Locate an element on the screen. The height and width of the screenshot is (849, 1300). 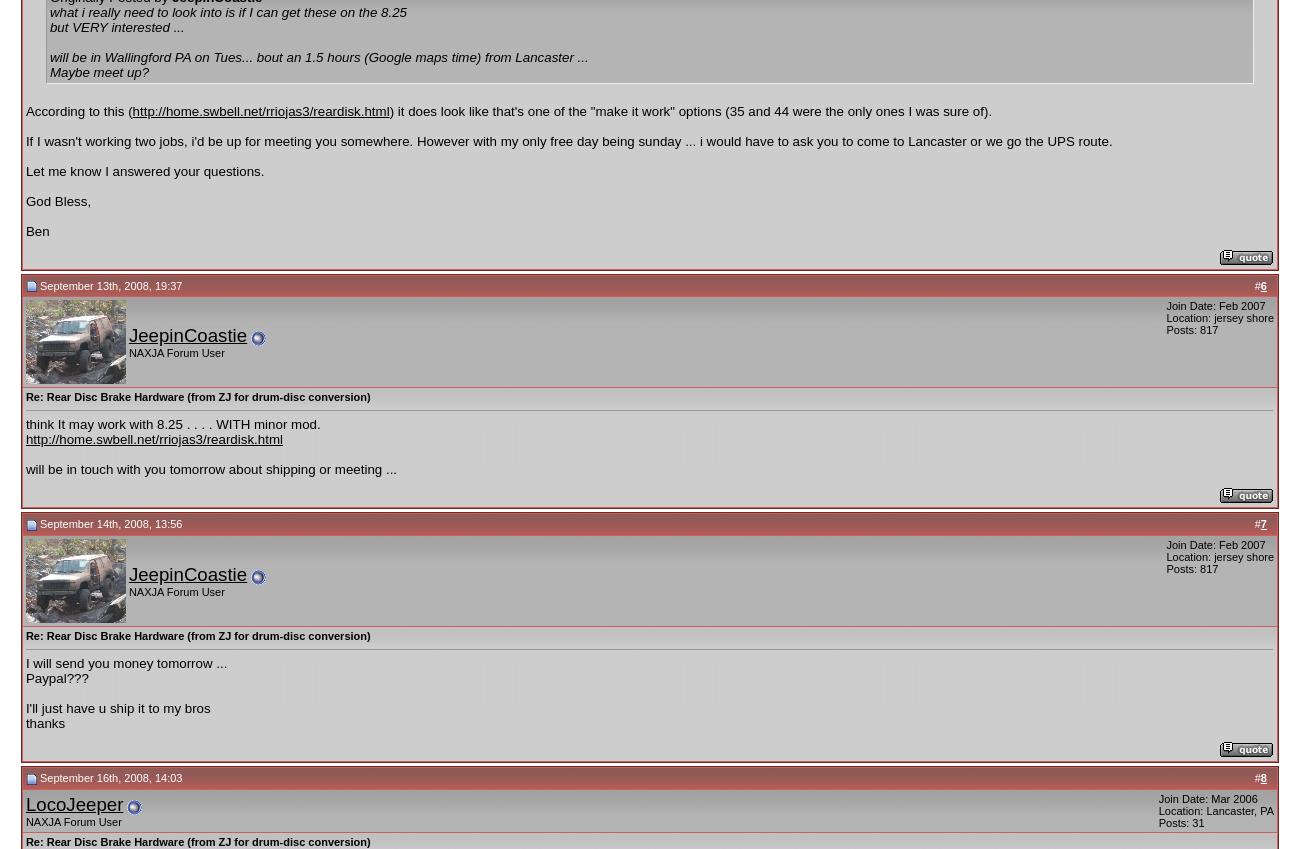
'I will send you money tomorrow  ...' is located at coordinates (124, 662).